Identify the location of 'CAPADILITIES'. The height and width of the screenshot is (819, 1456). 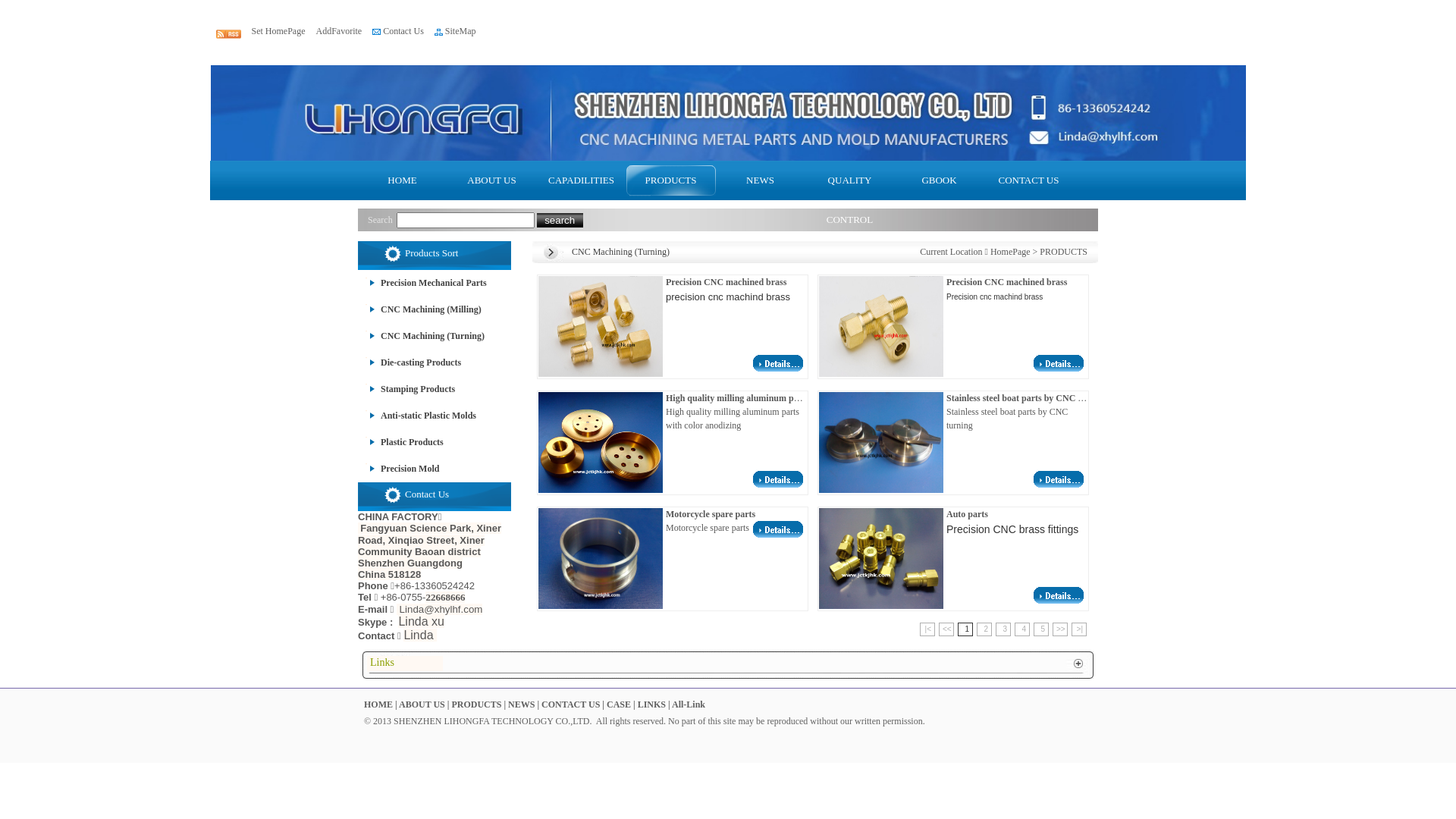
(581, 180).